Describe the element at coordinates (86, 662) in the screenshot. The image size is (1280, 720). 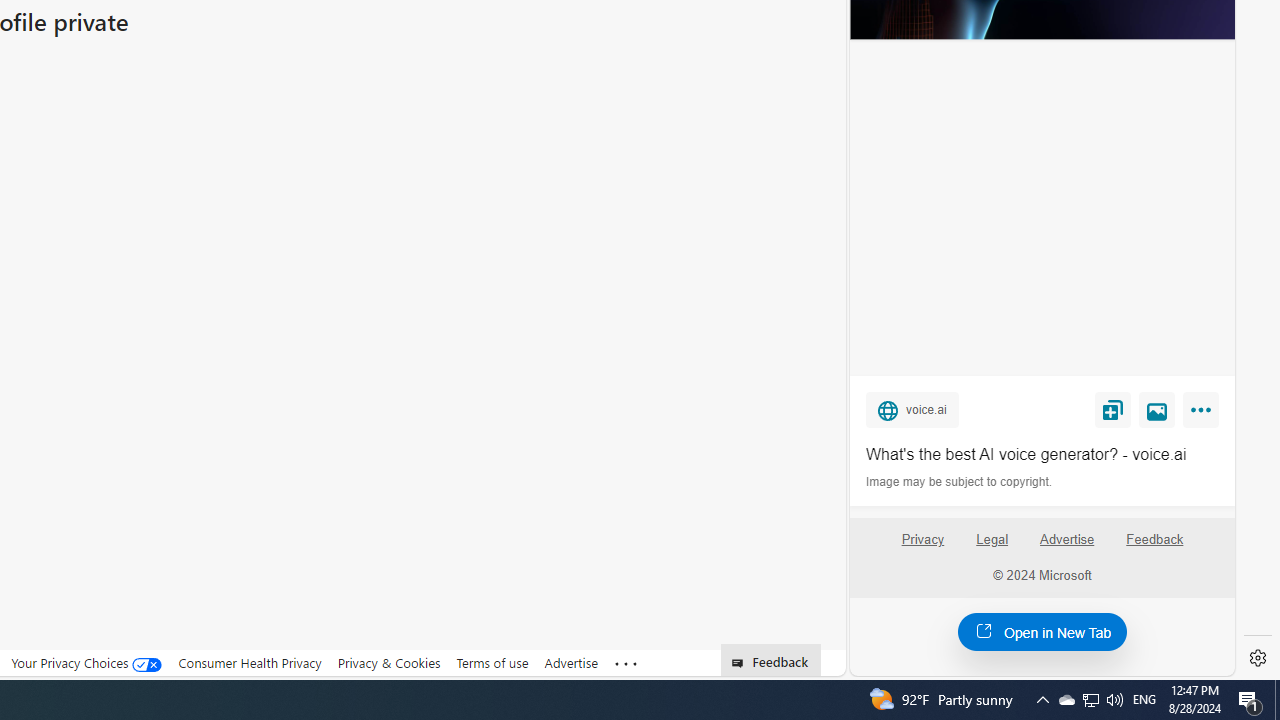
I see `'Your Privacy Choices'` at that location.